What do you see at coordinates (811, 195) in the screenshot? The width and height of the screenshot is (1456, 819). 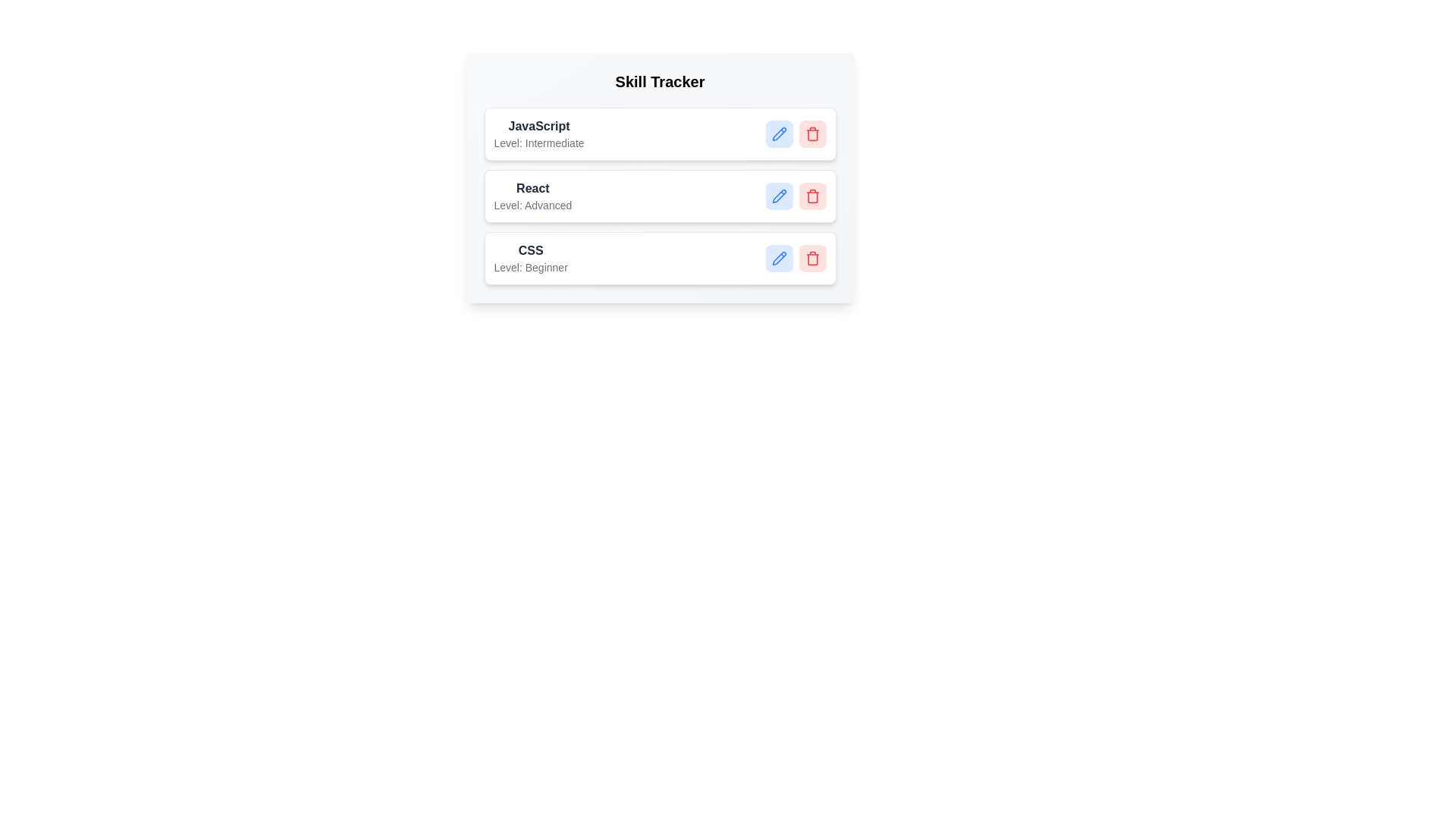 I see `delete button for the skill React` at bounding box center [811, 195].